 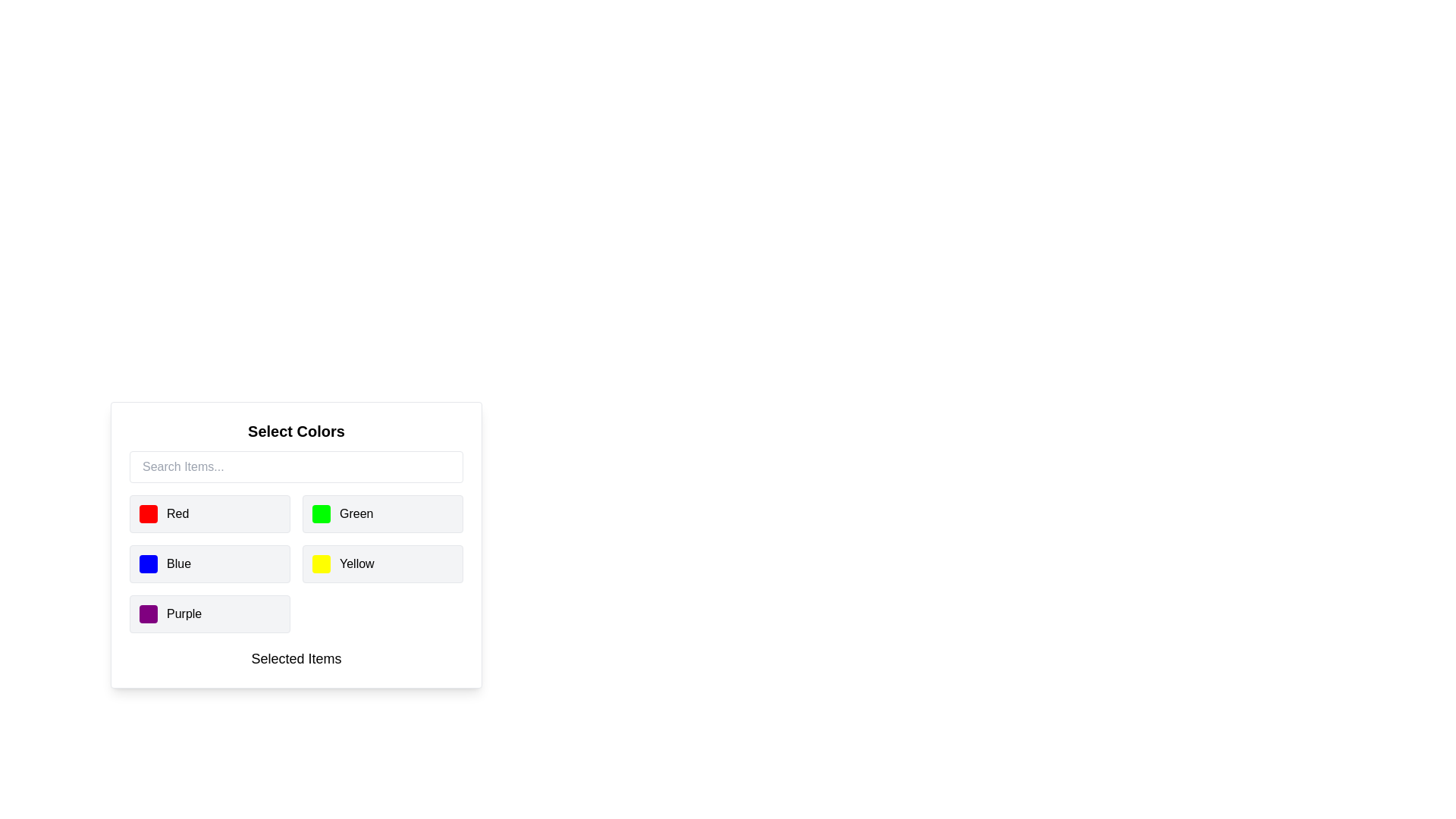 I want to click on the second selectable list item representing the color green, so click(x=341, y=513).